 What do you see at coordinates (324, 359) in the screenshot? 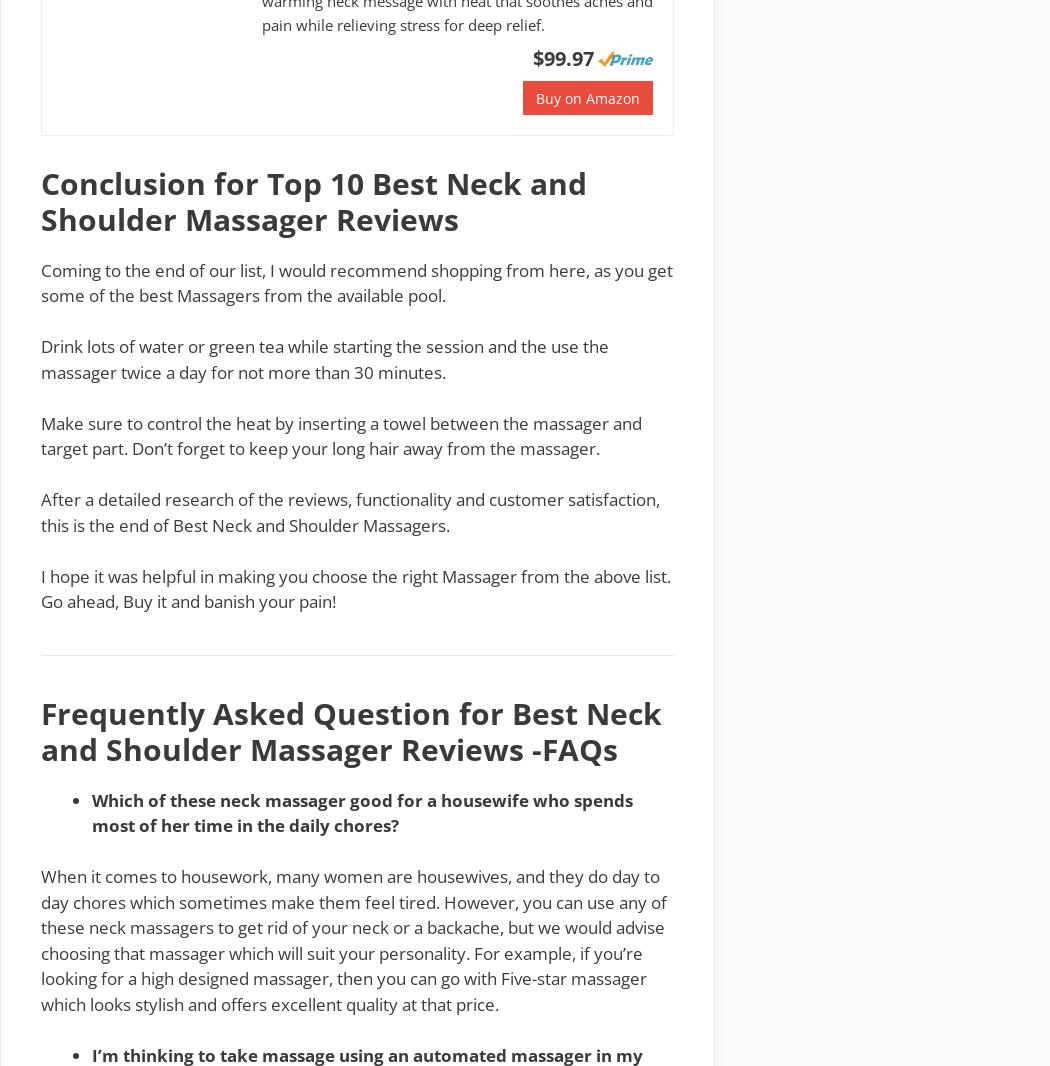
I see `'Drink lots of water or green tea while starting the session and the use the massager twice a day for not more than 30 minutes.'` at bounding box center [324, 359].